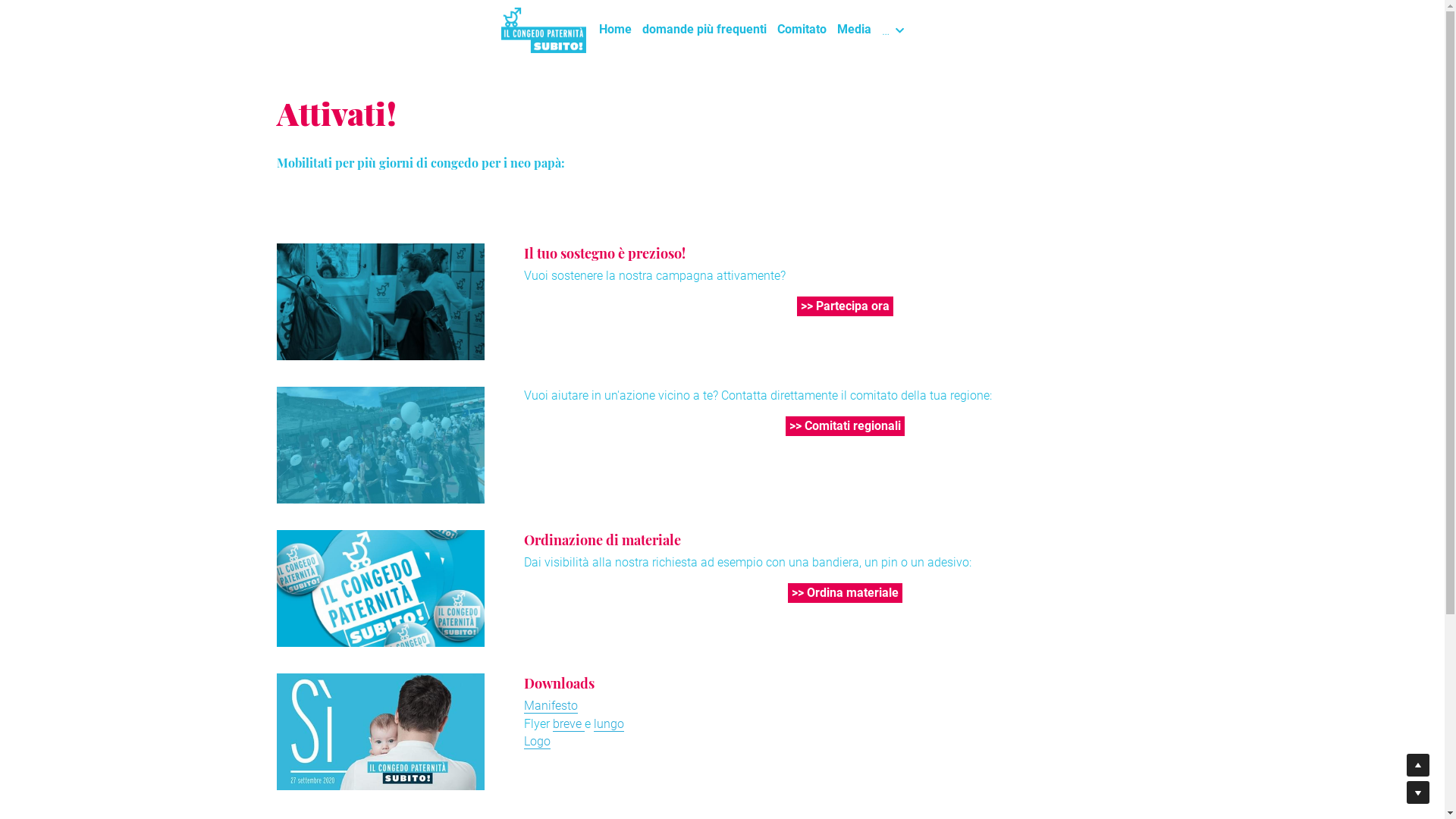 Image resolution: width=1456 pixels, height=819 pixels. What do you see at coordinates (844, 426) in the screenshot?
I see `'>> Comitati regionali'` at bounding box center [844, 426].